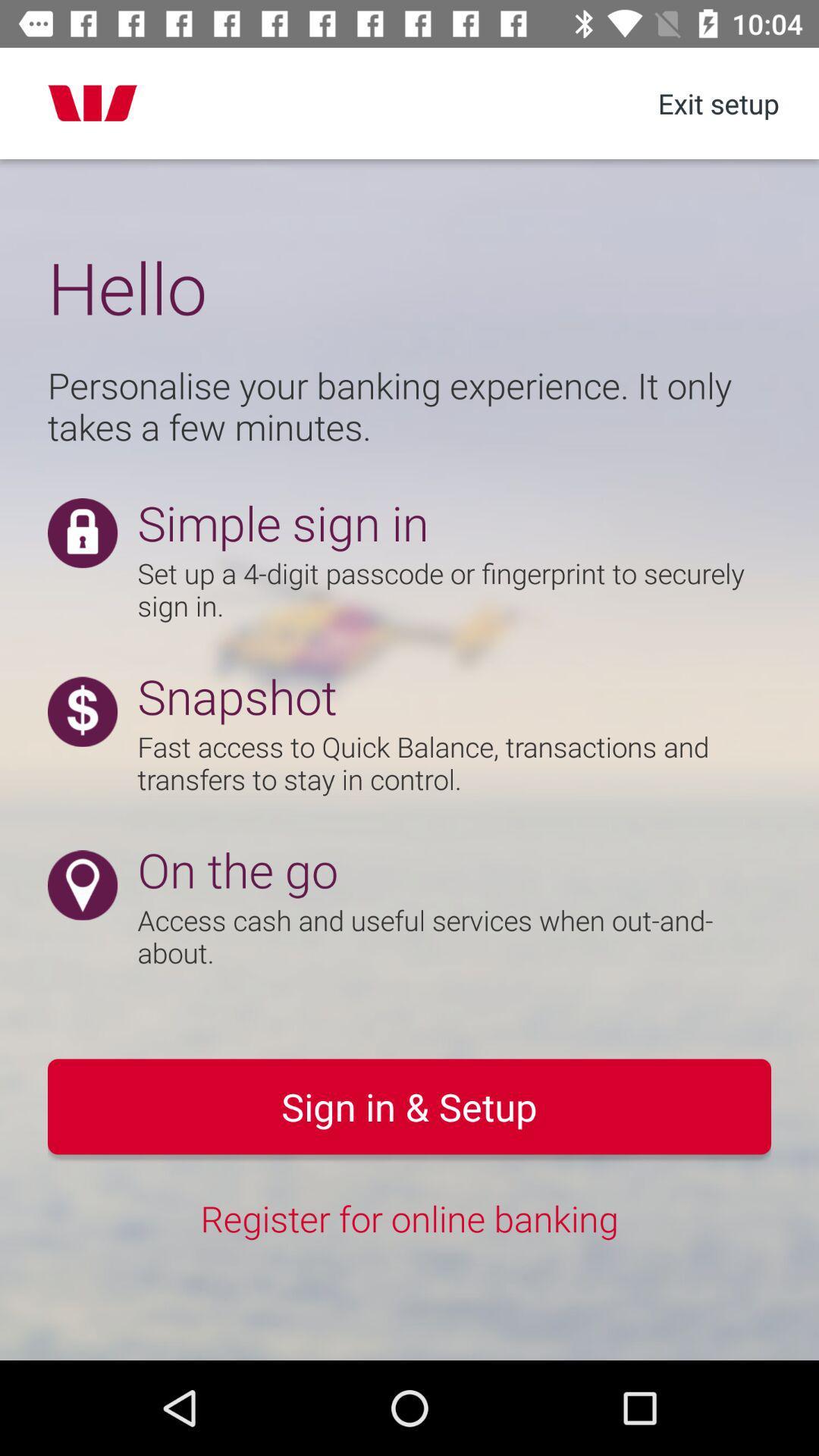  I want to click on icon before snapshot text, so click(82, 711).